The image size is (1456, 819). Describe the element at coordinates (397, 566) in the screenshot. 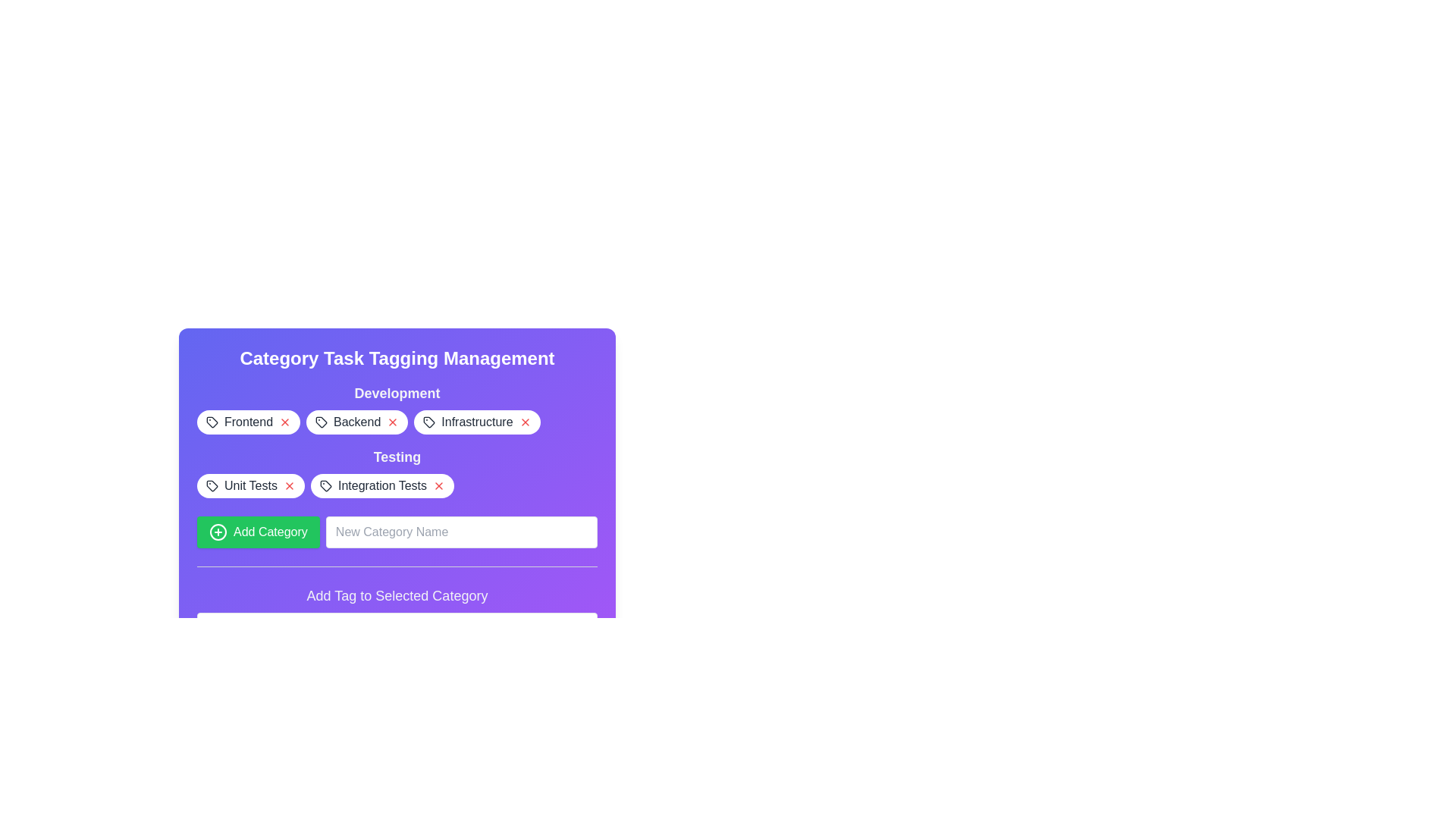

I see `the horizontal separator line with a gray border, positioned below the 'Add Category' input field and above the 'Add Tag to Selected Category' text` at that location.